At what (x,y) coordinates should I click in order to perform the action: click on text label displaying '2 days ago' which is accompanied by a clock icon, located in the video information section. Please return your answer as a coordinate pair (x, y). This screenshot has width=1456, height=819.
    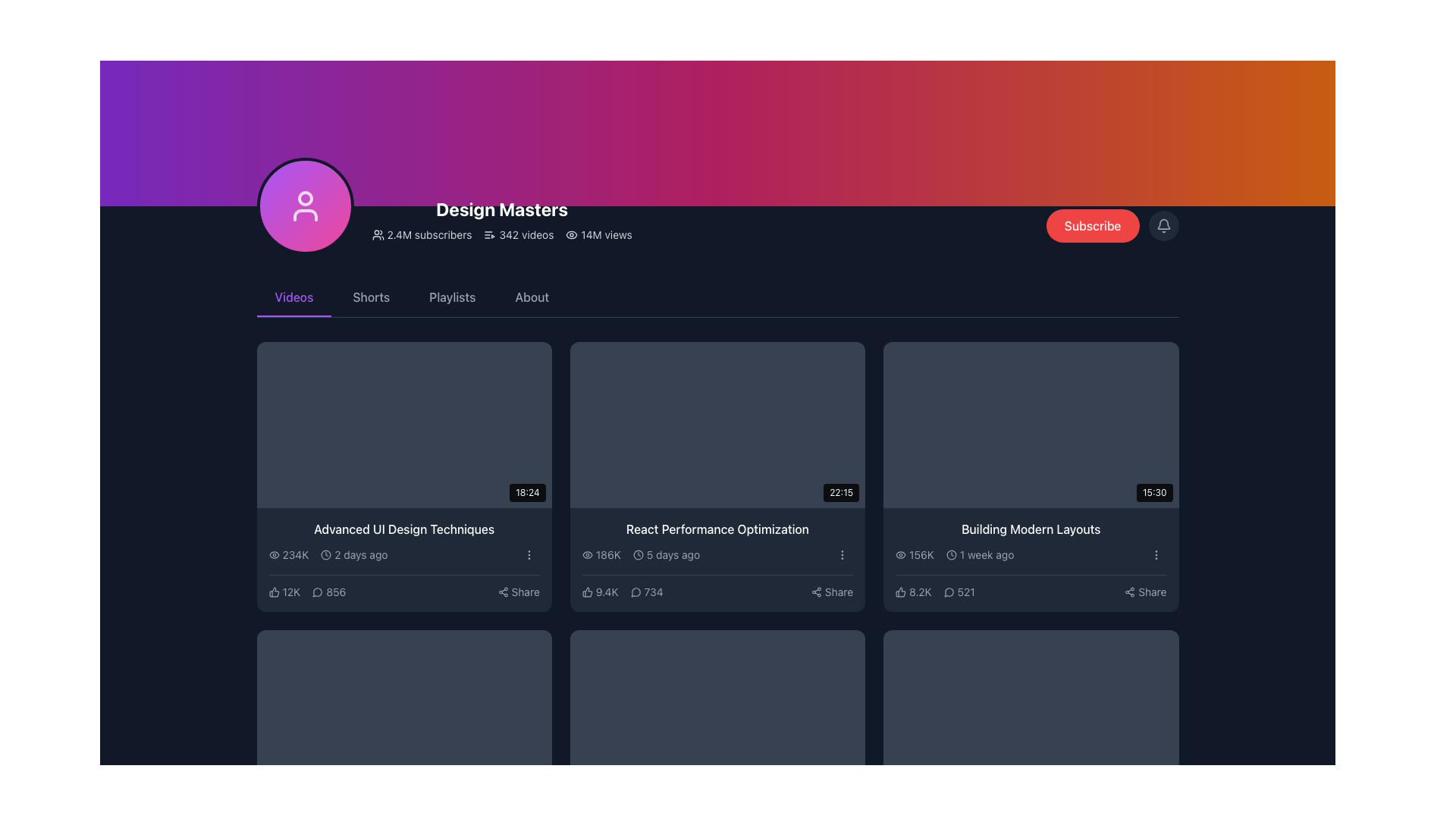
    Looking at the image, I should click on (353, 555).